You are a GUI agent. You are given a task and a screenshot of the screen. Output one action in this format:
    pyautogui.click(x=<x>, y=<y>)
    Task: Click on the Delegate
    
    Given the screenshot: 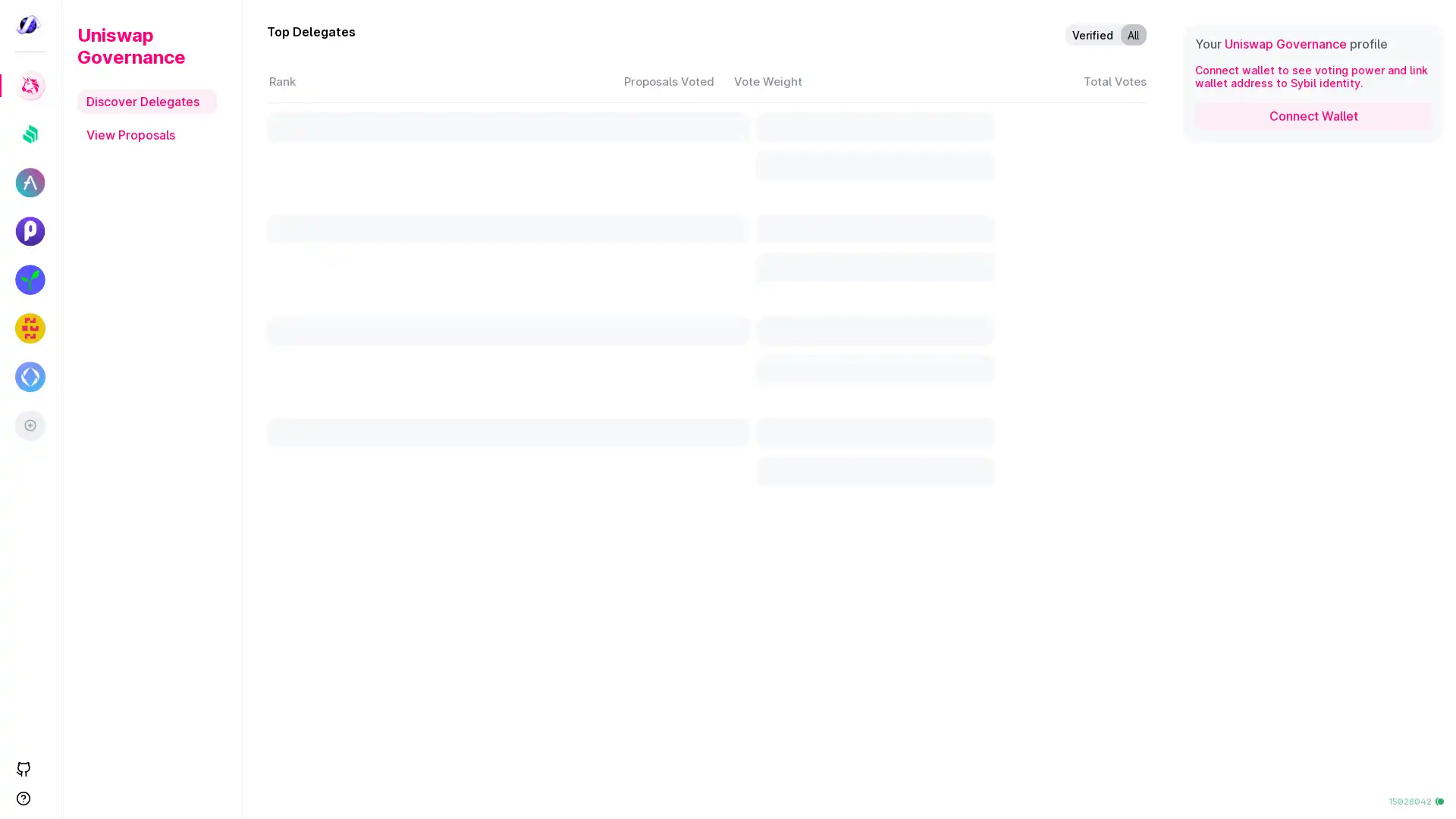 What is the action you would take?
    pyautogui.click(x=1006, y=751)
    